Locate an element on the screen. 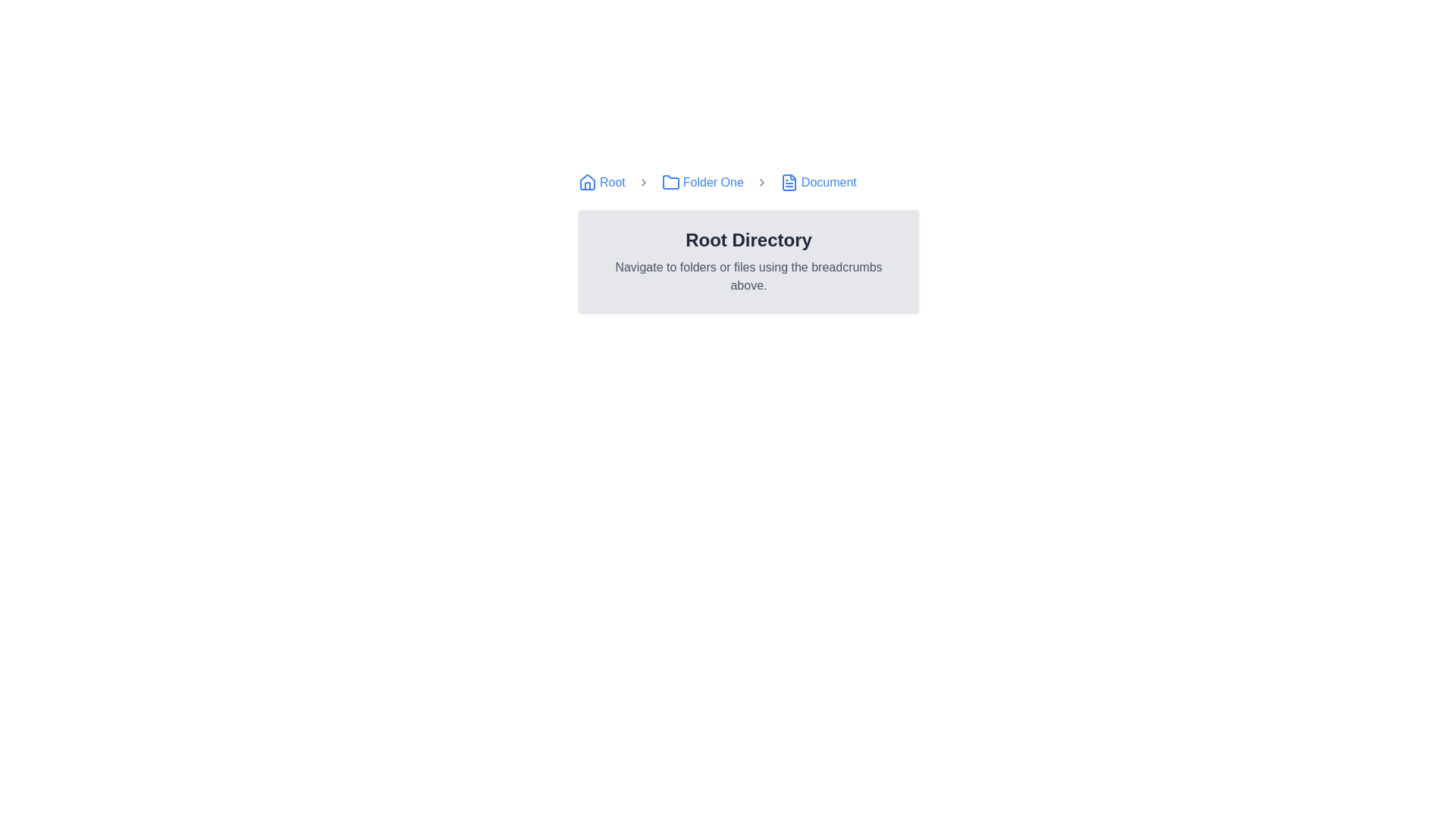  the folder icon representing 'Folder One' in the breadcrumb navigation, which is styled with a clean and modern look, featuring rounded edges and a rectangular base is located at coordinates (670, 181).